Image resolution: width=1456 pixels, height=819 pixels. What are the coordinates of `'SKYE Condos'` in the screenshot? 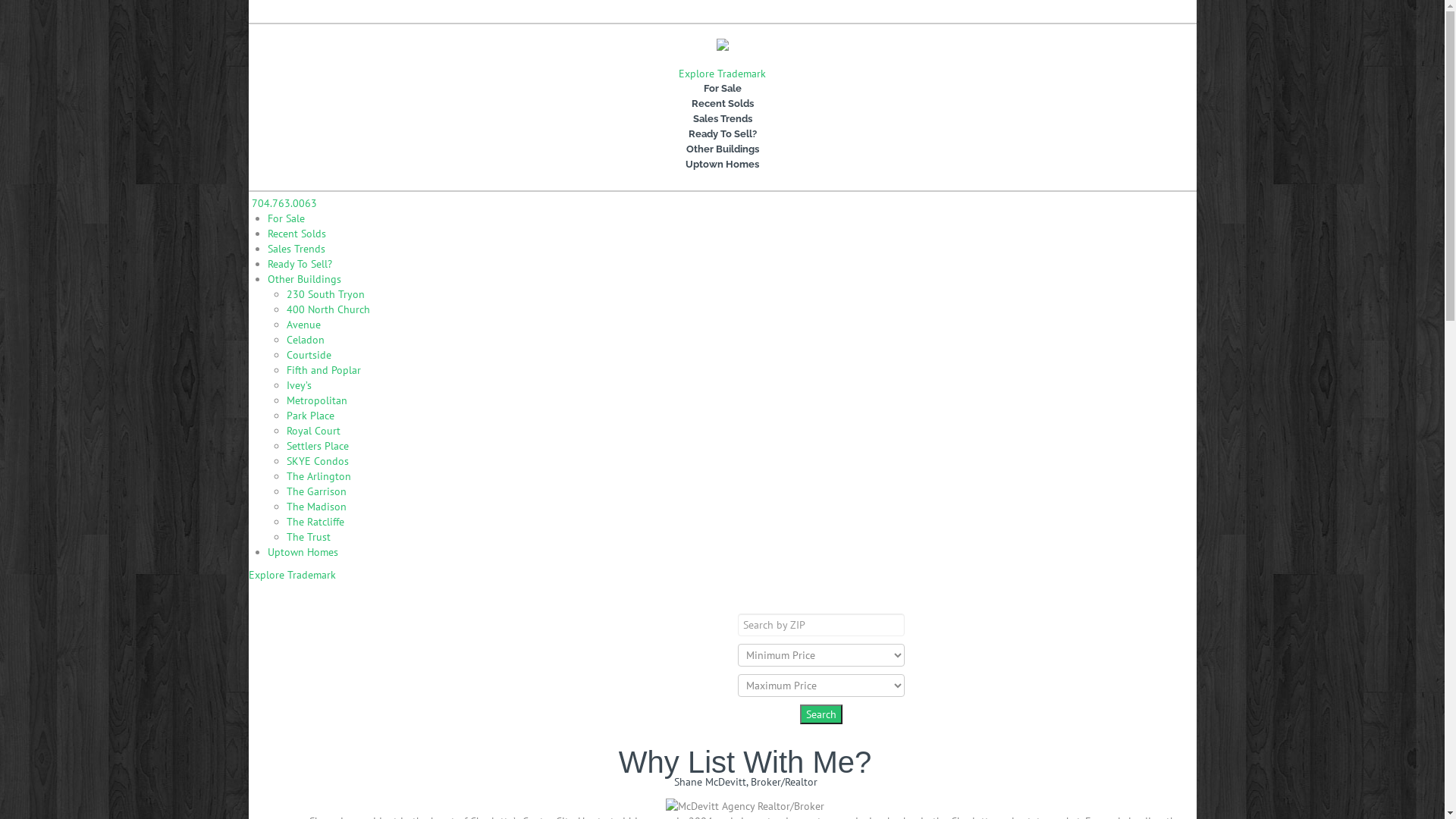 It's located at (316, 460).